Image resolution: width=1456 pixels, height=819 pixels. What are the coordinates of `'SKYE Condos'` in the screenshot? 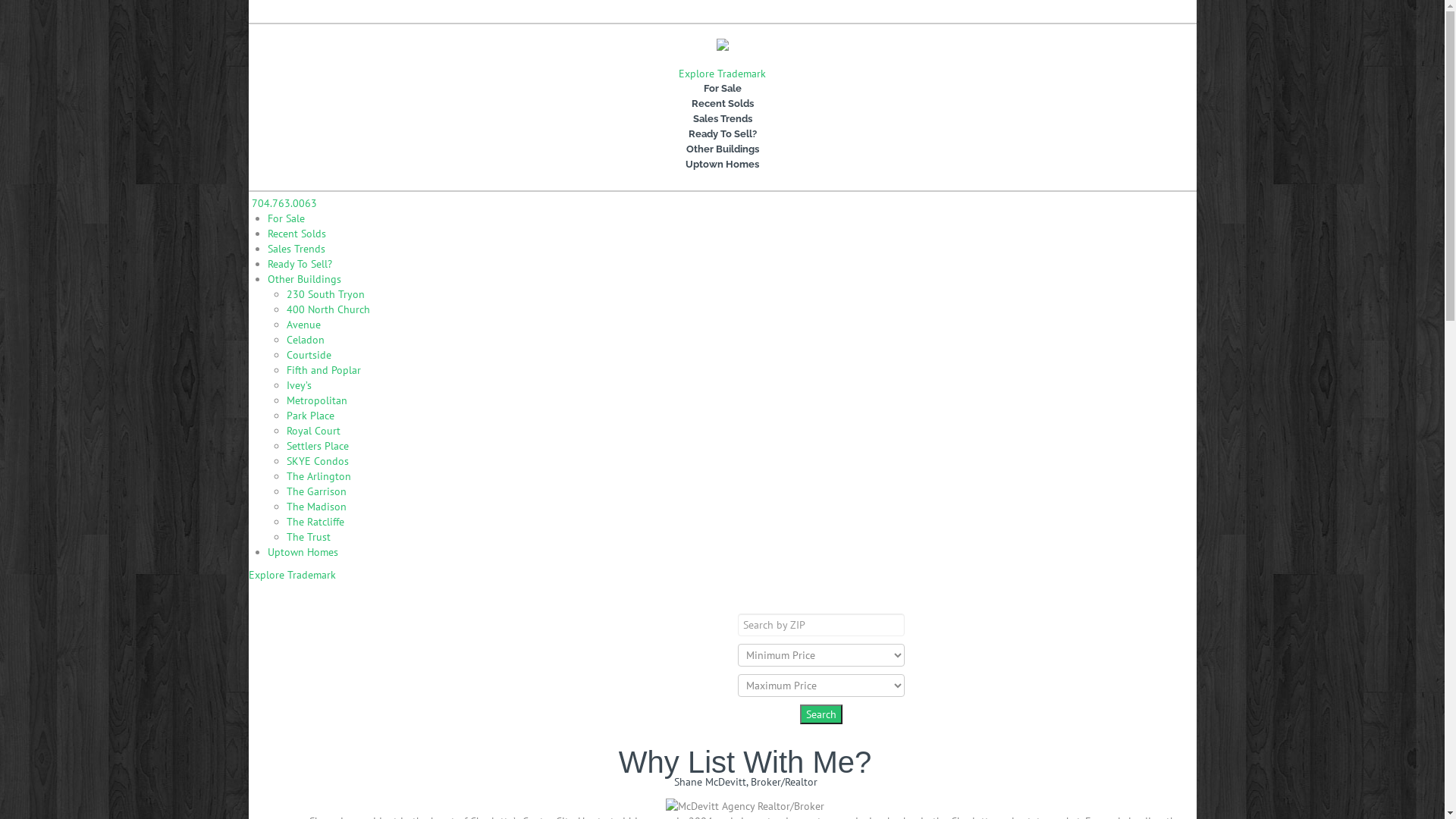 It's located at (316, 460).